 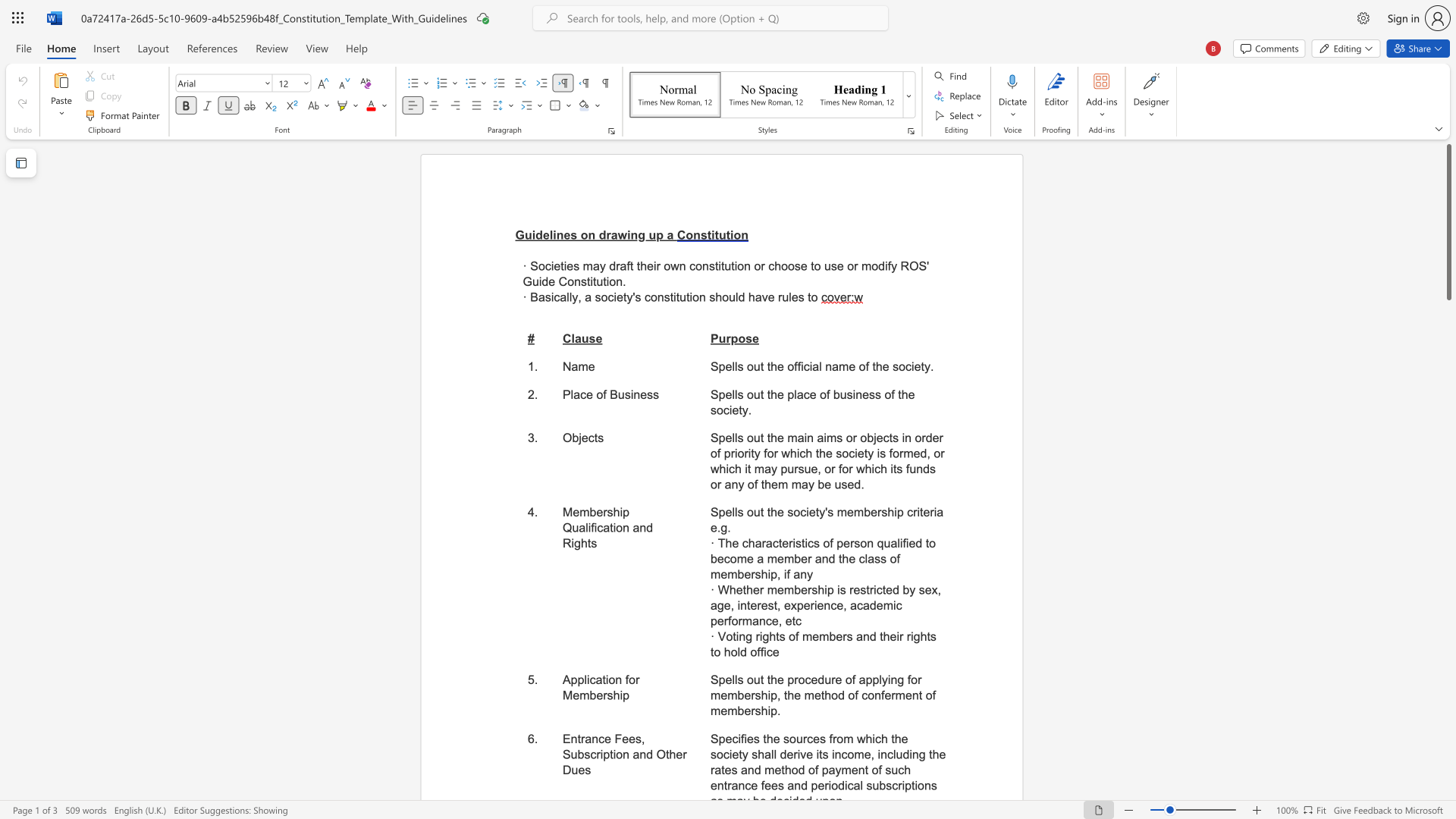 I want to click on the 3th character "i" in the text, so click(x=629, y=234).